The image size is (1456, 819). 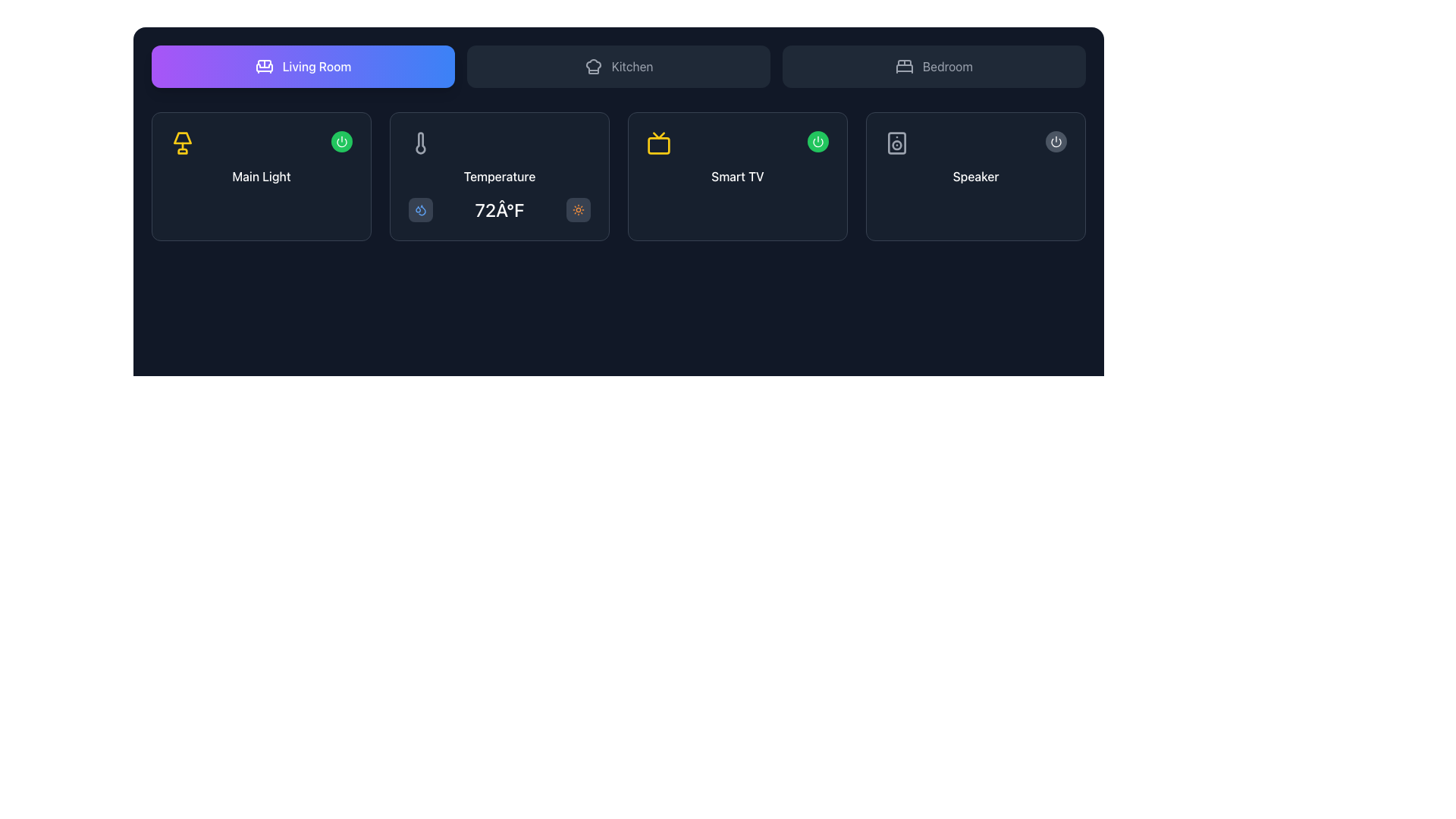 What do you see at coordinates (262, 175) in the screenshot?
I see `the 'Main Light' static text label displayed in white, bold font, located near the bottom center of the lamp control card, directly below the yellow lamp icon` at bounding box center [262, 175].